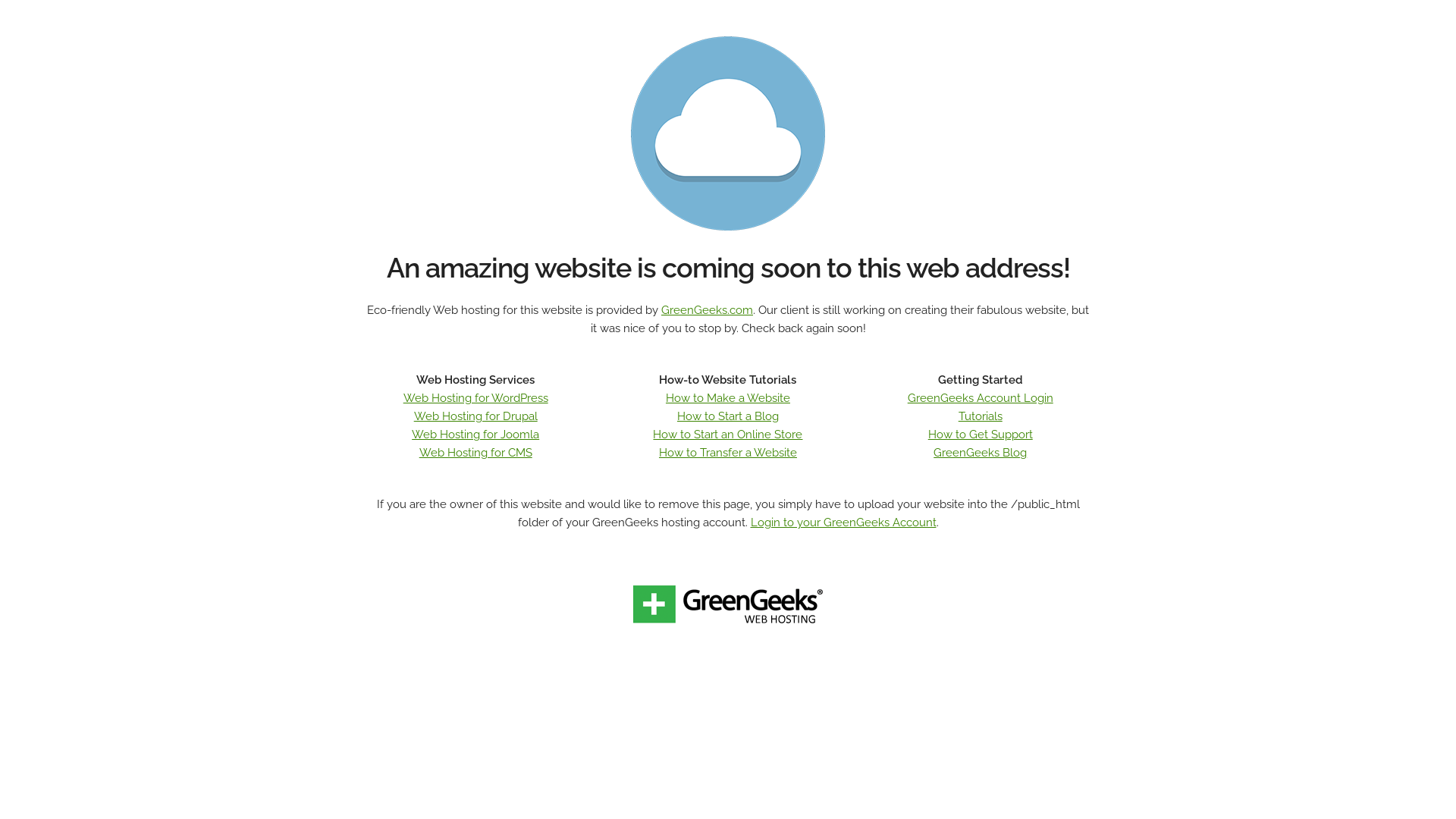  What do you see at coordinates (728, 397) in the screenshot?
I see `'How to Make a Website'` at bounding box center [728, 397].